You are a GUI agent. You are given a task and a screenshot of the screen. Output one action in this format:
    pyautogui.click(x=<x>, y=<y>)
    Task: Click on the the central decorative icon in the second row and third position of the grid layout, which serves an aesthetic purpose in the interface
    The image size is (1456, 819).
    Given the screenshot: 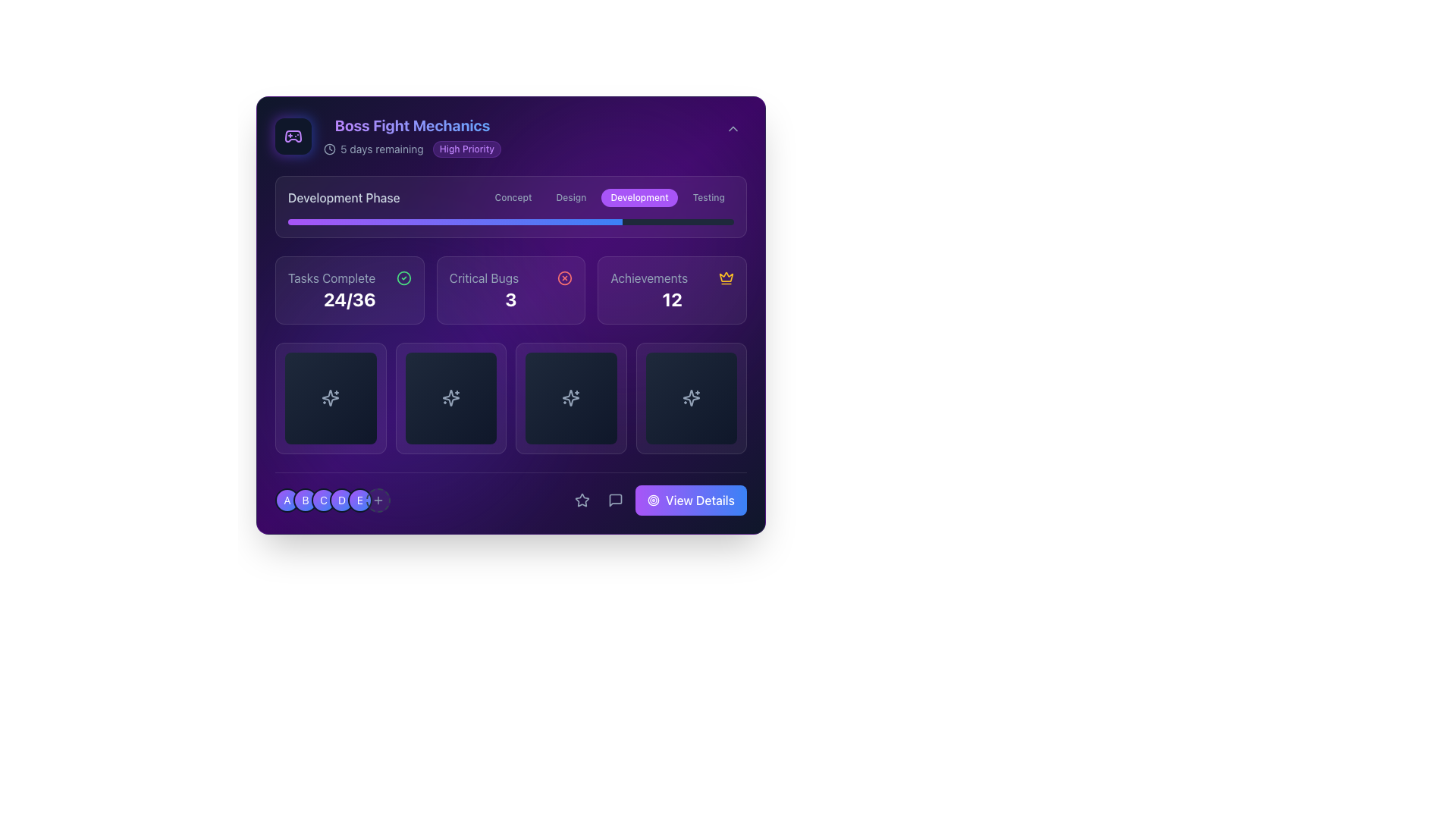 What is the action you would take?
    pyautogui.click(x=570, y=397)
    